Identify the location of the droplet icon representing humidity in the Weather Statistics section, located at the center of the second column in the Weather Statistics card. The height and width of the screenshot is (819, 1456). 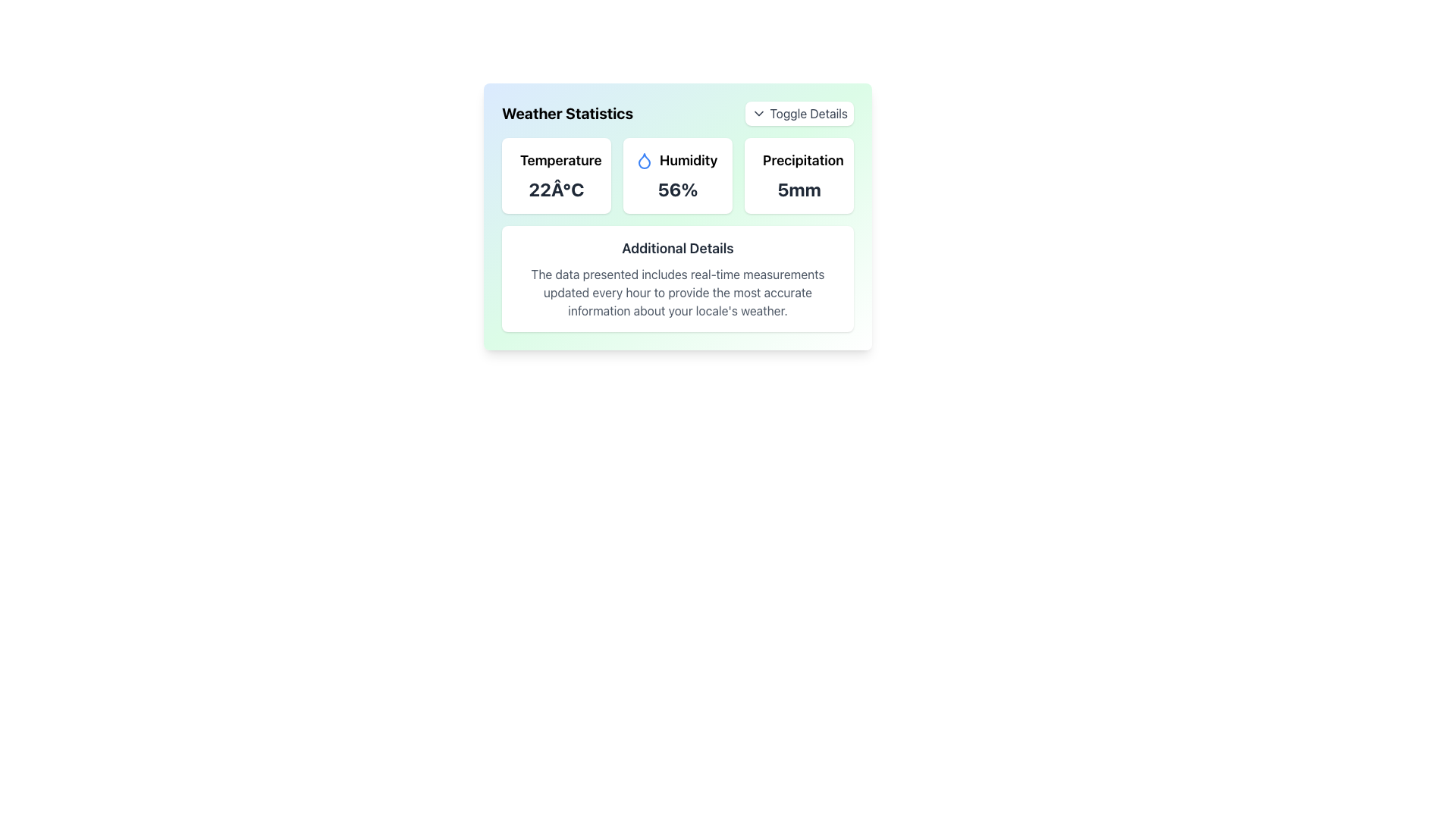
(644, 161).